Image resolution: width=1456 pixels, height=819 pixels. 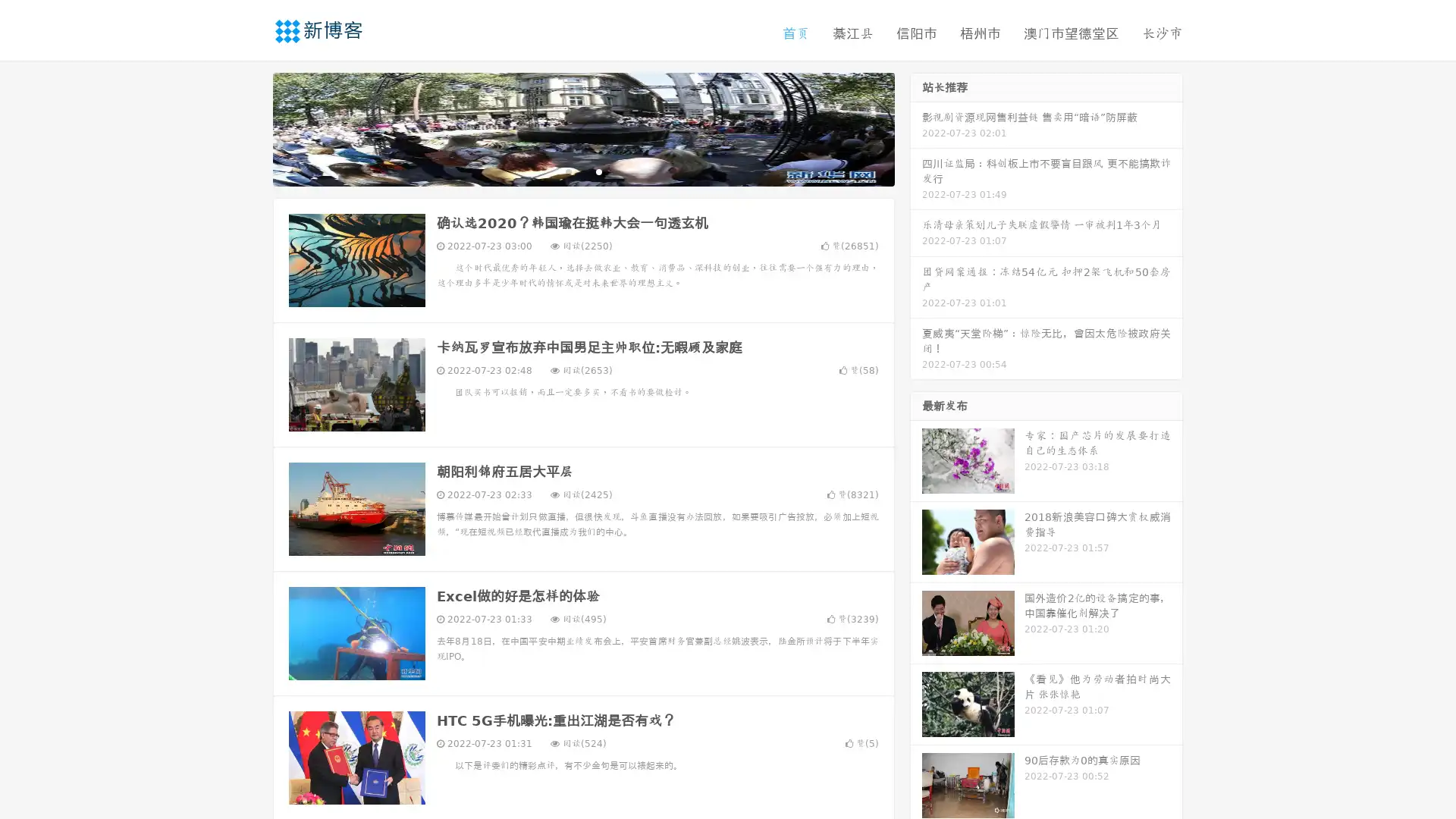 What do you see at coordinates (598, 171) in the screenshot?
I see `Go to slide 3` at bounding box center [598, 171].